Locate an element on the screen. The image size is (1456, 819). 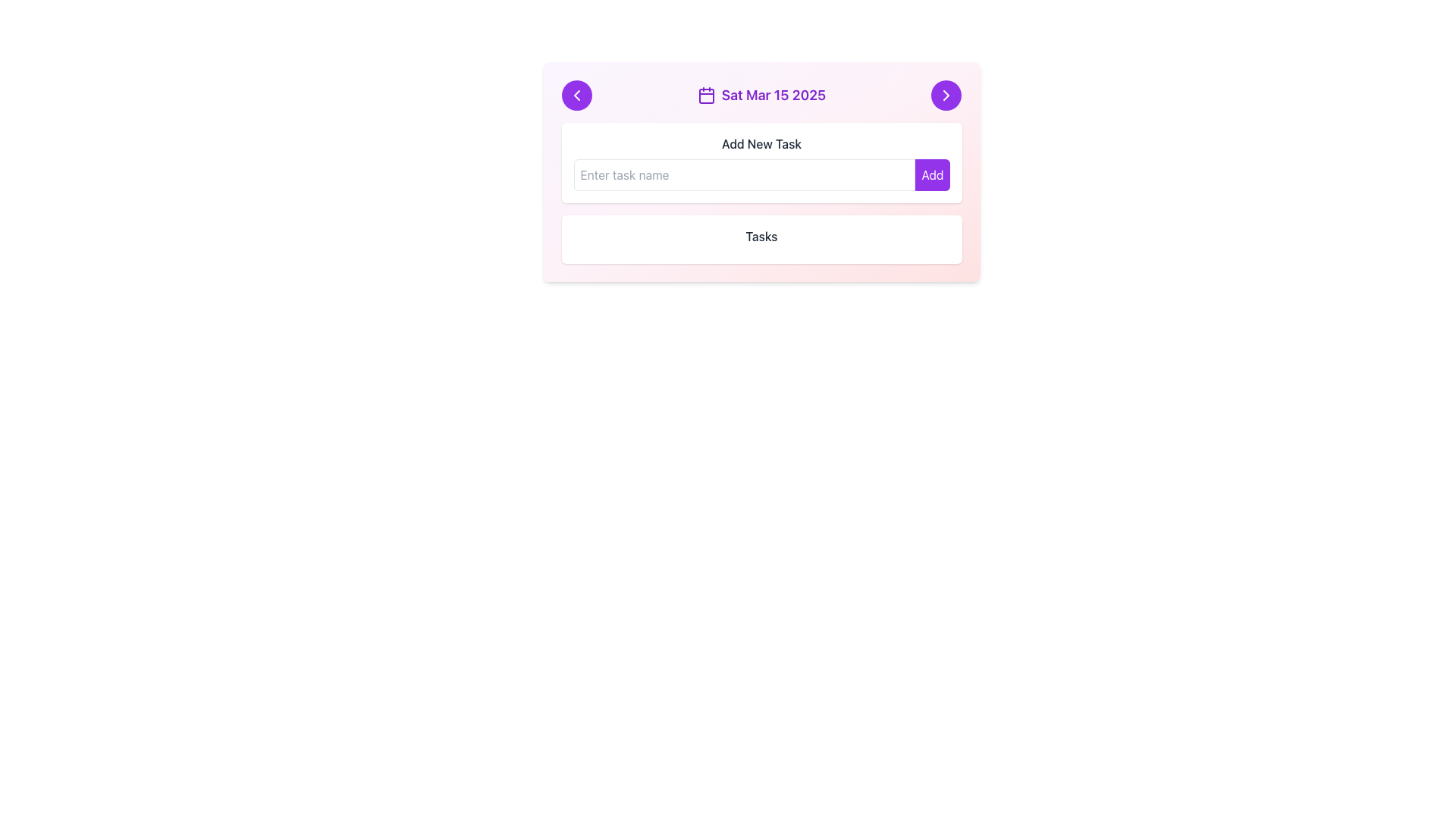
the text label displaying the date 'Sat Mar 15 2025' which is styled in bold purple and located next to the calendar icon in the top center of the card interface is located at coordinates (773, 96).